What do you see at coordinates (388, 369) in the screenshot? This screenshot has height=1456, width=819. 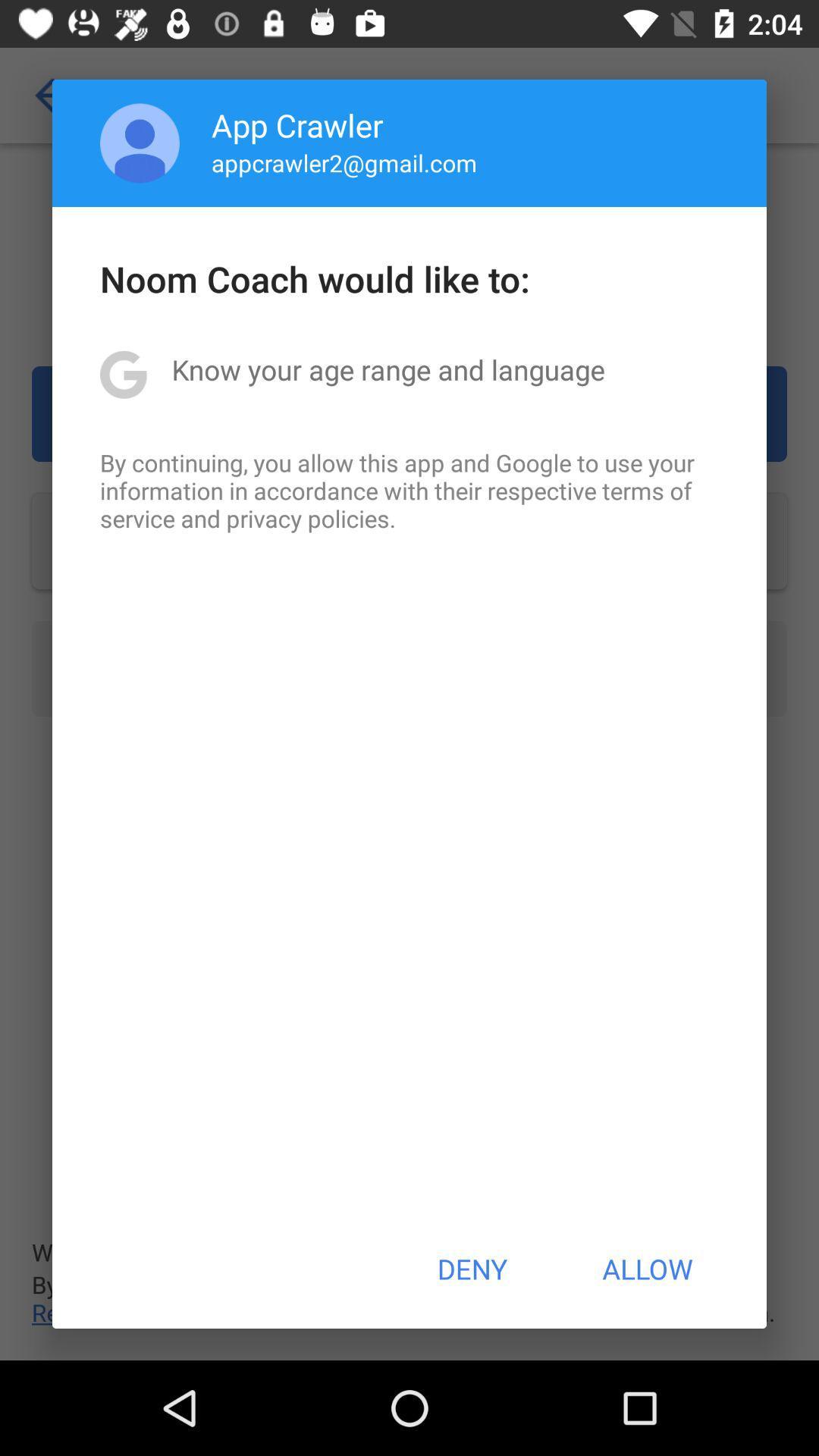 I see `the know your age icon` at bounding box center [388, 369].